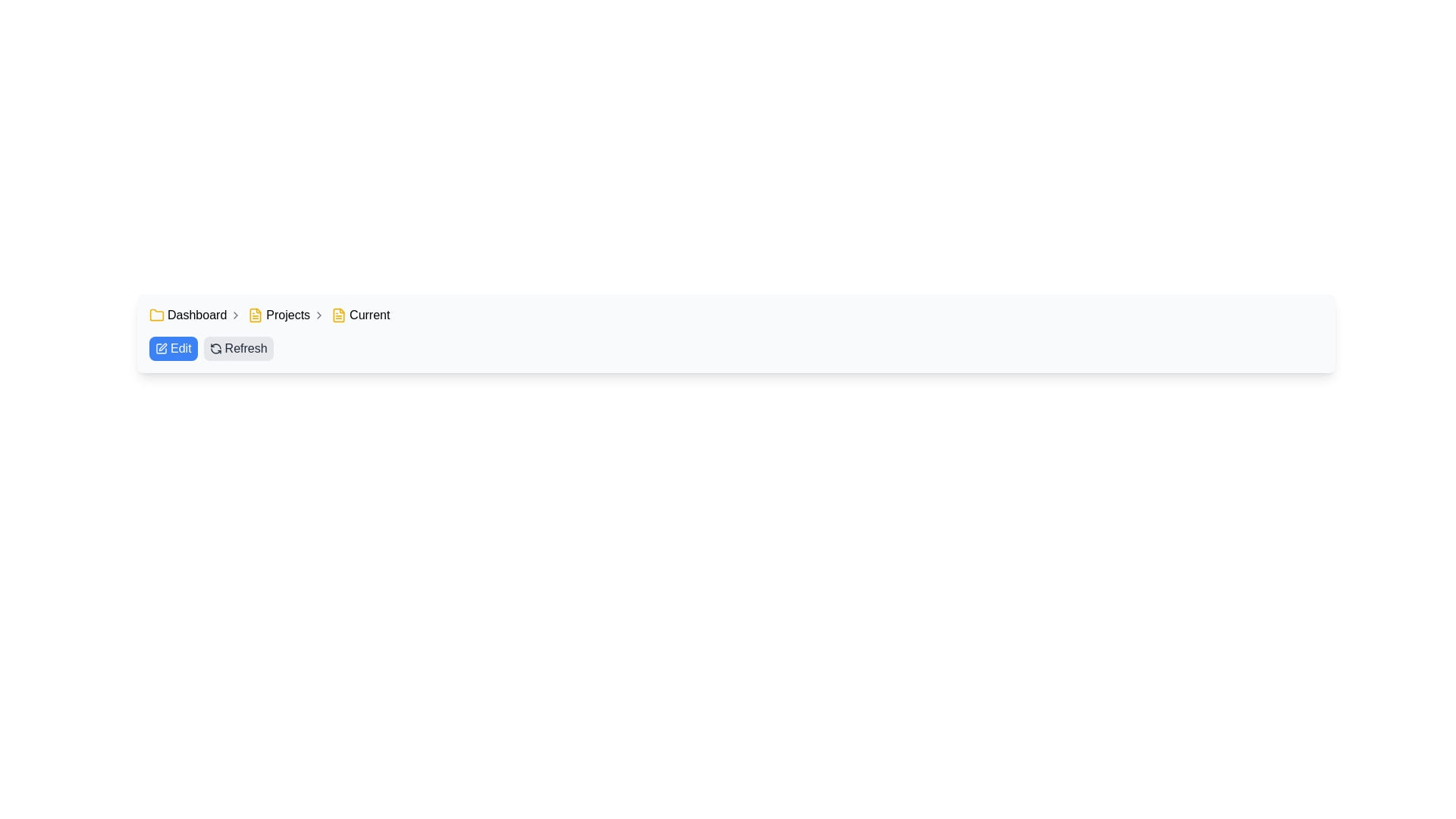 The height and width of the screenshot is (819, 1456). What do you see at coordinates (369, 315) in the screenshot?
I see `the static text label displaying 'Current' in the breadcrumb navigation bar, located to the right of a file icon` at bounding box center [369, 315].